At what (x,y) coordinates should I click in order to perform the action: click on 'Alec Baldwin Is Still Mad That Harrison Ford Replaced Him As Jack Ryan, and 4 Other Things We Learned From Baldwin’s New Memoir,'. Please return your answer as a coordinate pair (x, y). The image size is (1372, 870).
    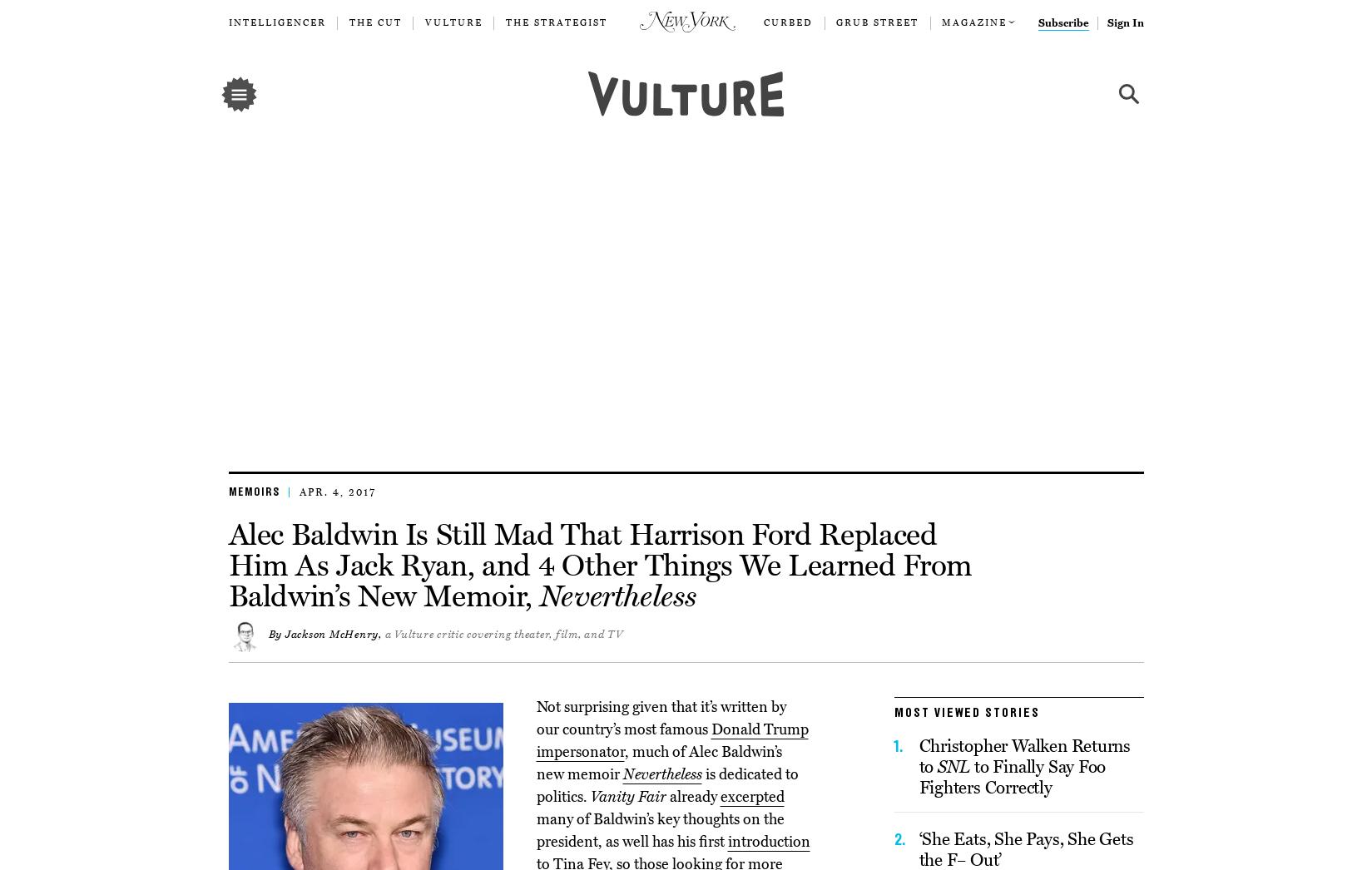
    Looking at the image, I should click on (228, 564).